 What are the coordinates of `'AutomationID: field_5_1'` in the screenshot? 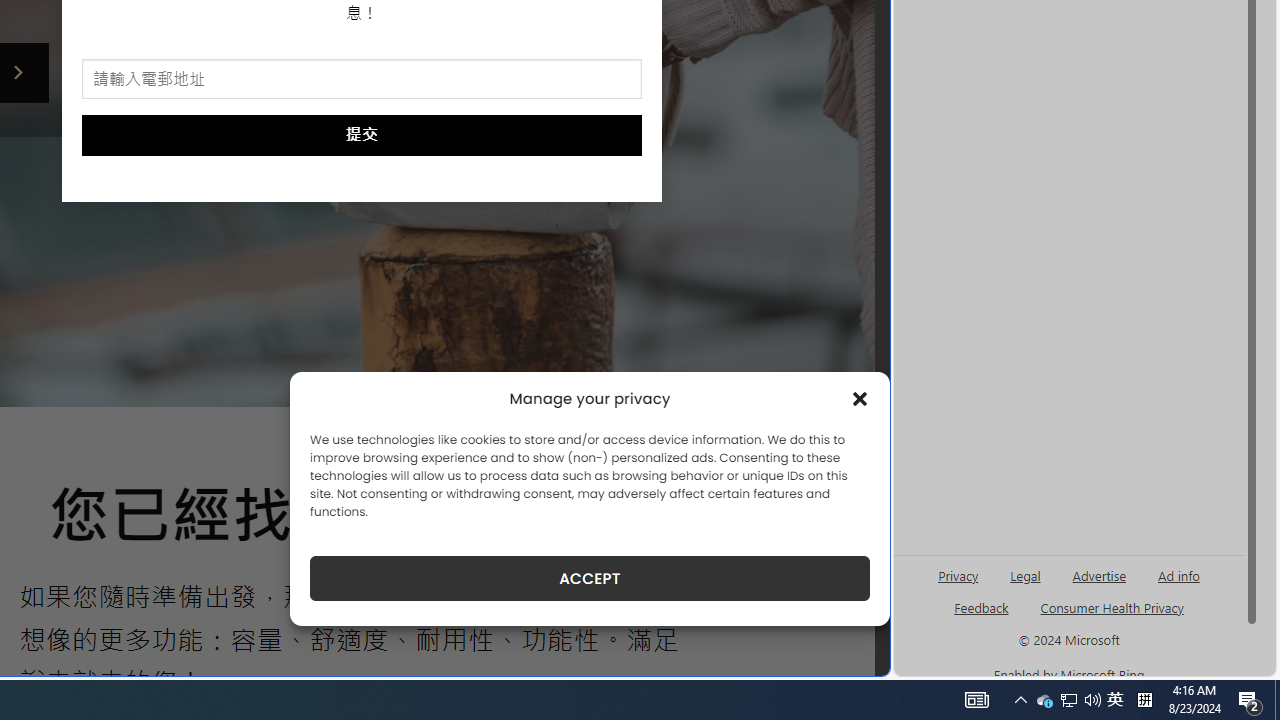 It's located at (362, 80).